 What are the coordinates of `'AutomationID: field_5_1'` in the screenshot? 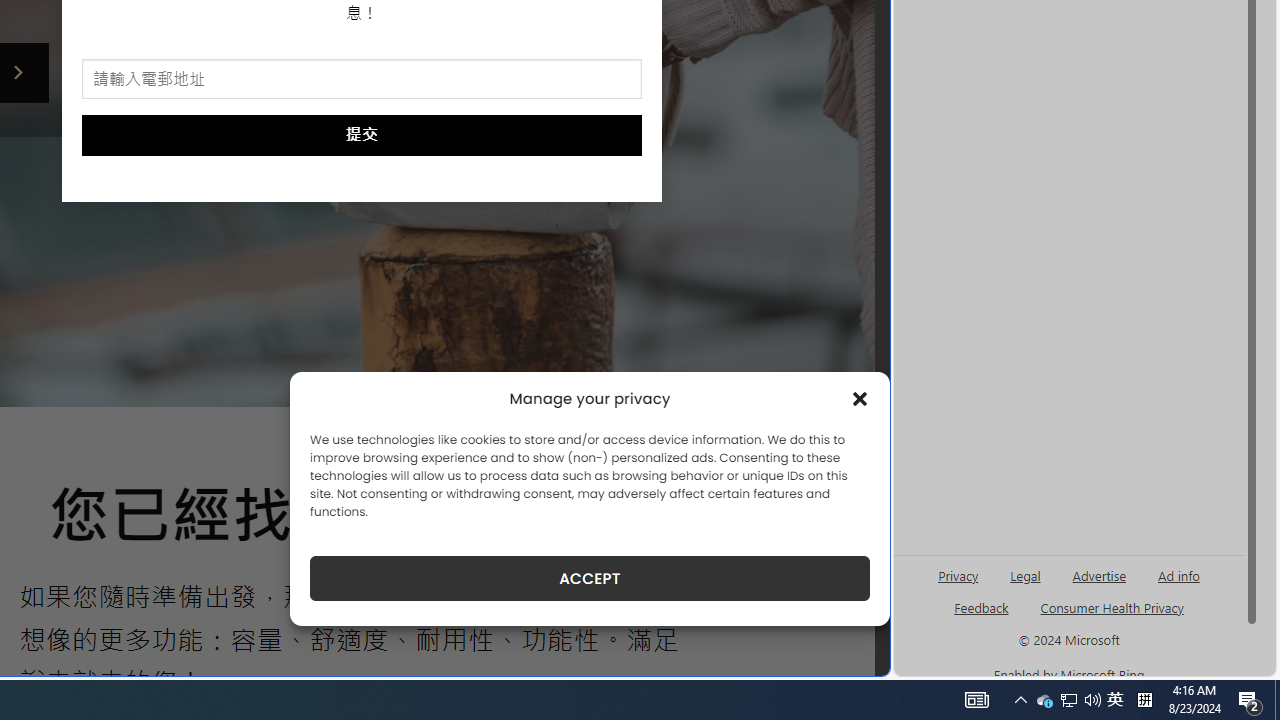 It's located at (362, 80).